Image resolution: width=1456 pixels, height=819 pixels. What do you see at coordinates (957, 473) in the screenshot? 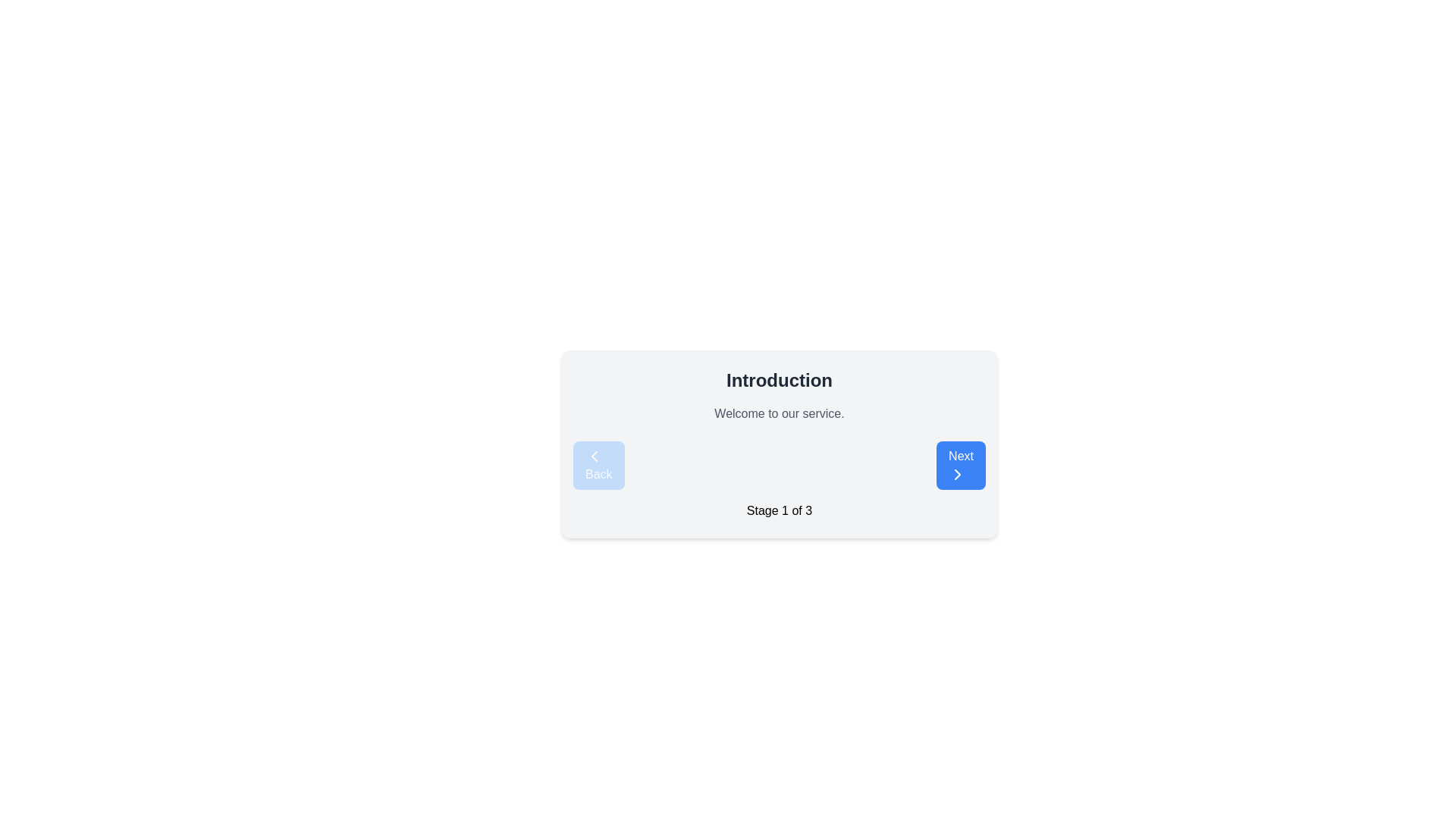
I see `the chevron icon located on the right side of the 'Next' button at the bottom-right corner of the card interface` at bounding box center [957, 473].